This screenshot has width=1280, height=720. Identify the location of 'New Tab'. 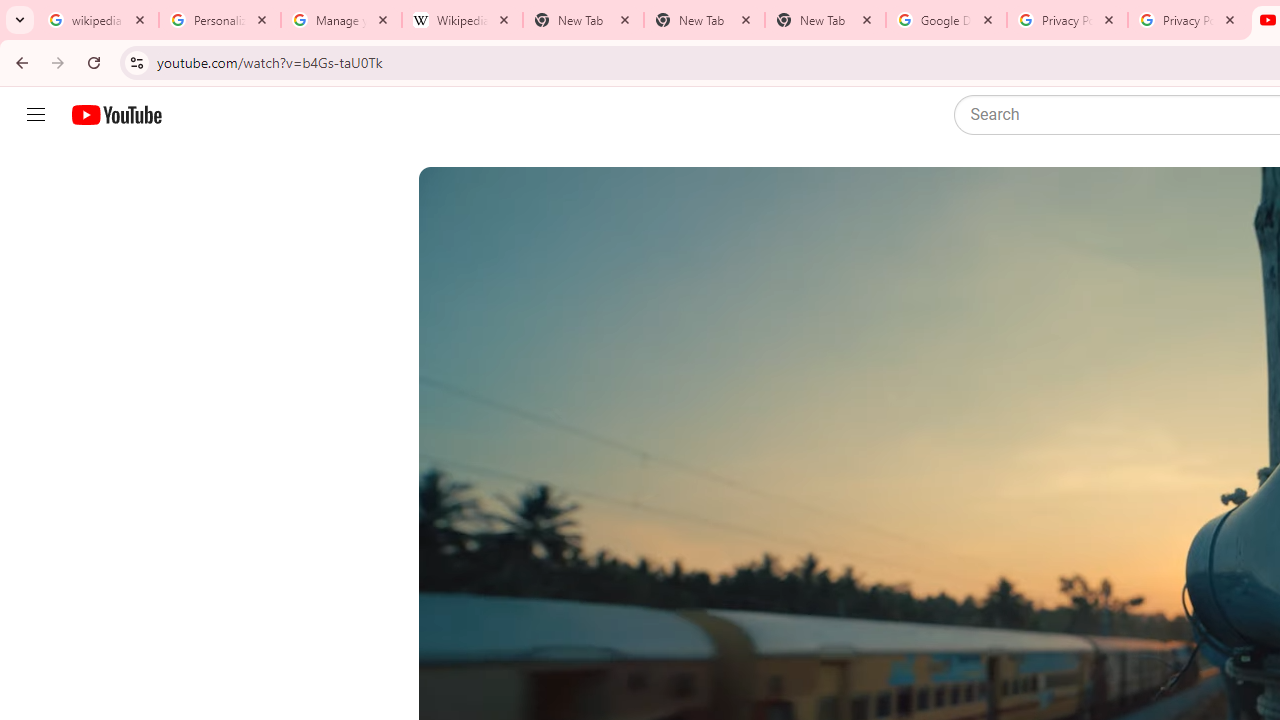
(825, 20).